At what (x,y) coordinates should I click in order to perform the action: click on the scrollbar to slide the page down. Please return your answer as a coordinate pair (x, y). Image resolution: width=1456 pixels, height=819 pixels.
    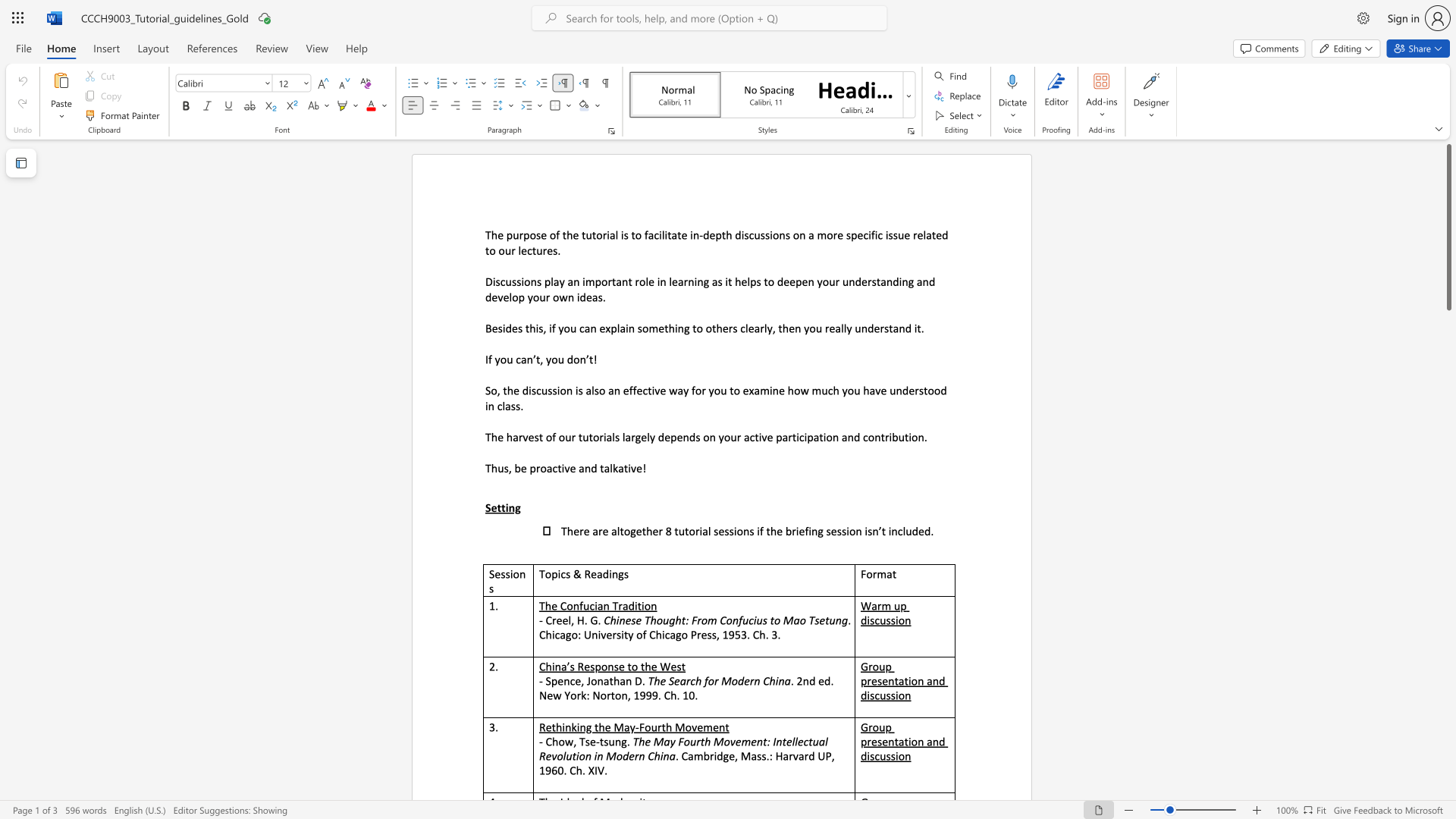
    Looking at the image, I should click on (1448, 561).